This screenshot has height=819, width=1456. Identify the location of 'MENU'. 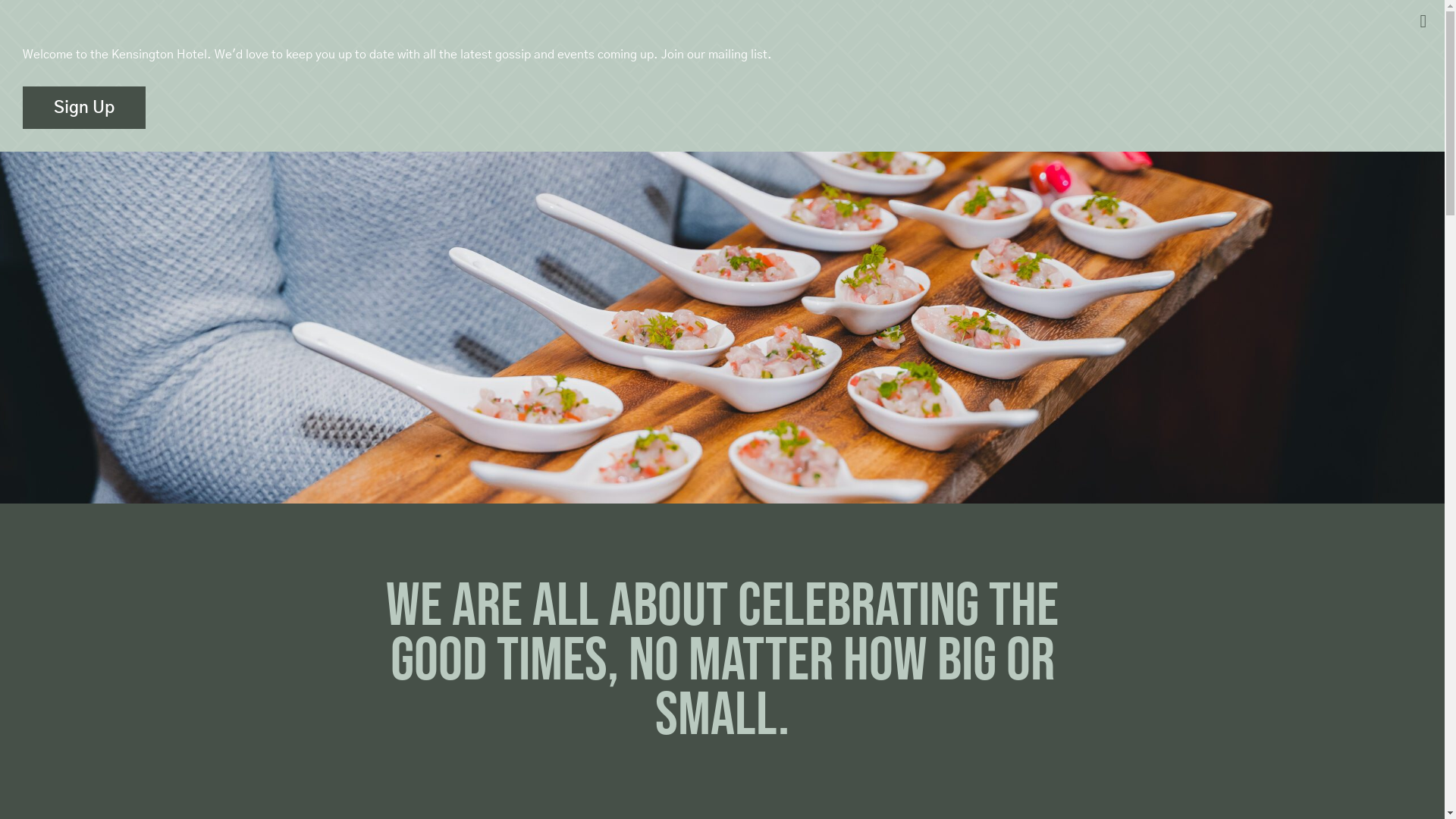
(45, 37).